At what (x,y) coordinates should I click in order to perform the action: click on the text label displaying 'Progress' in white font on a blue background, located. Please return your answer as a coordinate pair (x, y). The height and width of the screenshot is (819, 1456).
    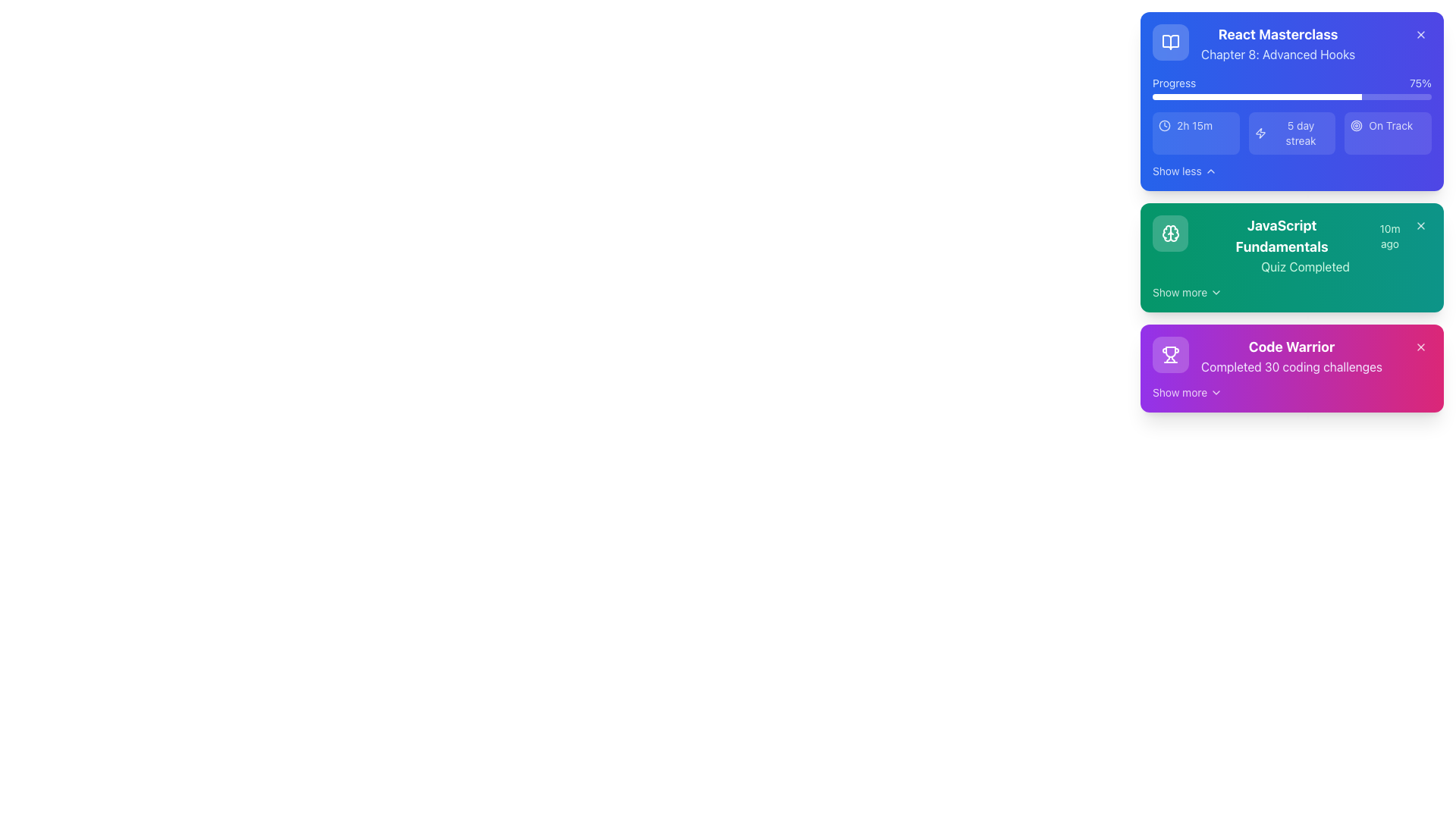
    Looking at the image, I should click on (1173, 83).